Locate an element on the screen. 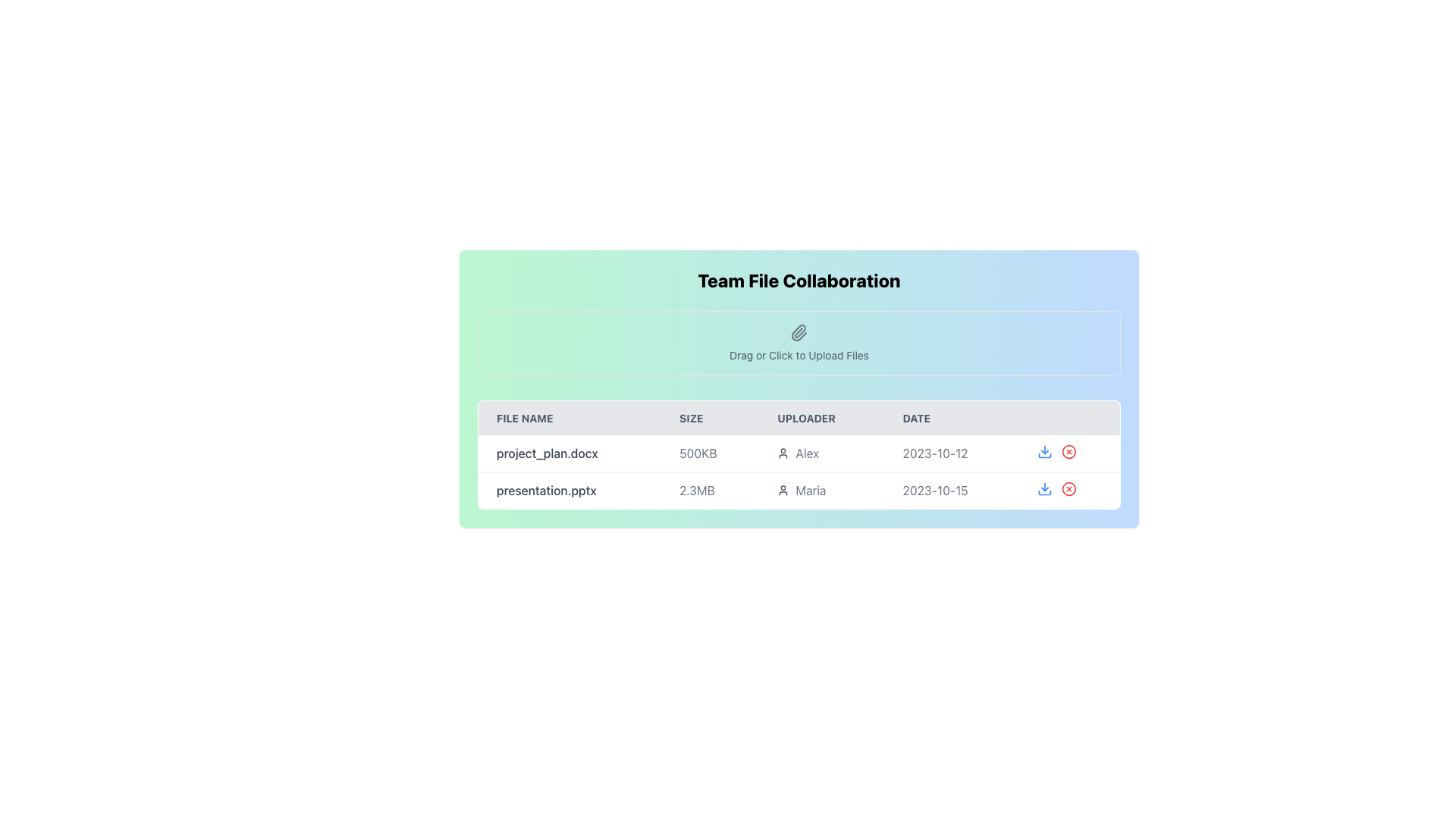 This screenshot has height=819, width=1456. the text element displaying '2.3MB' in the 'SIZE' column of the file list interface, located in the second row next to 'presentation.pptx' is located at coordinates (709, 491).